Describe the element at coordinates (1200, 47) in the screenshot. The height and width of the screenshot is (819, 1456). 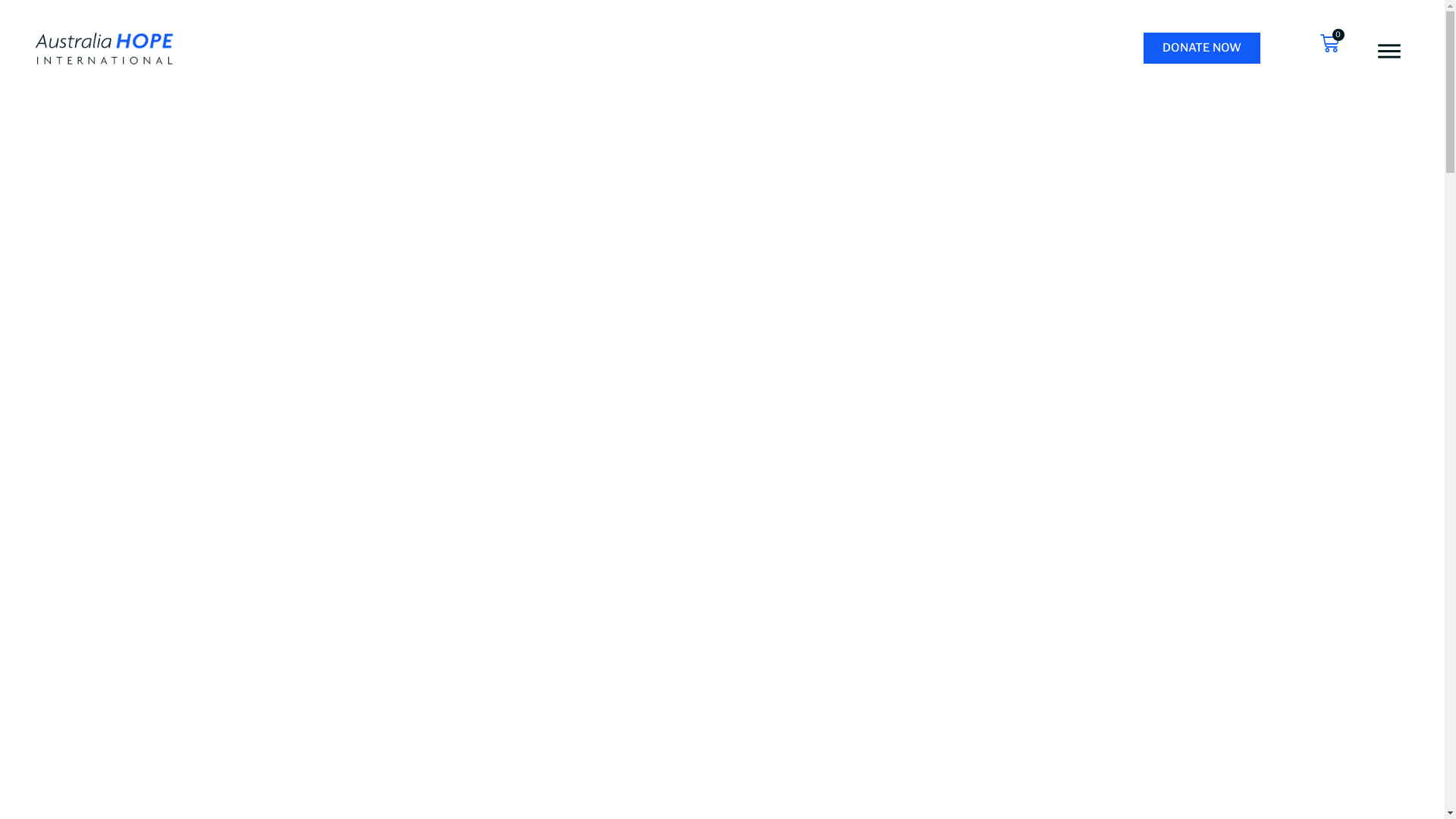
I see `'DONATE NOW'` at that location.